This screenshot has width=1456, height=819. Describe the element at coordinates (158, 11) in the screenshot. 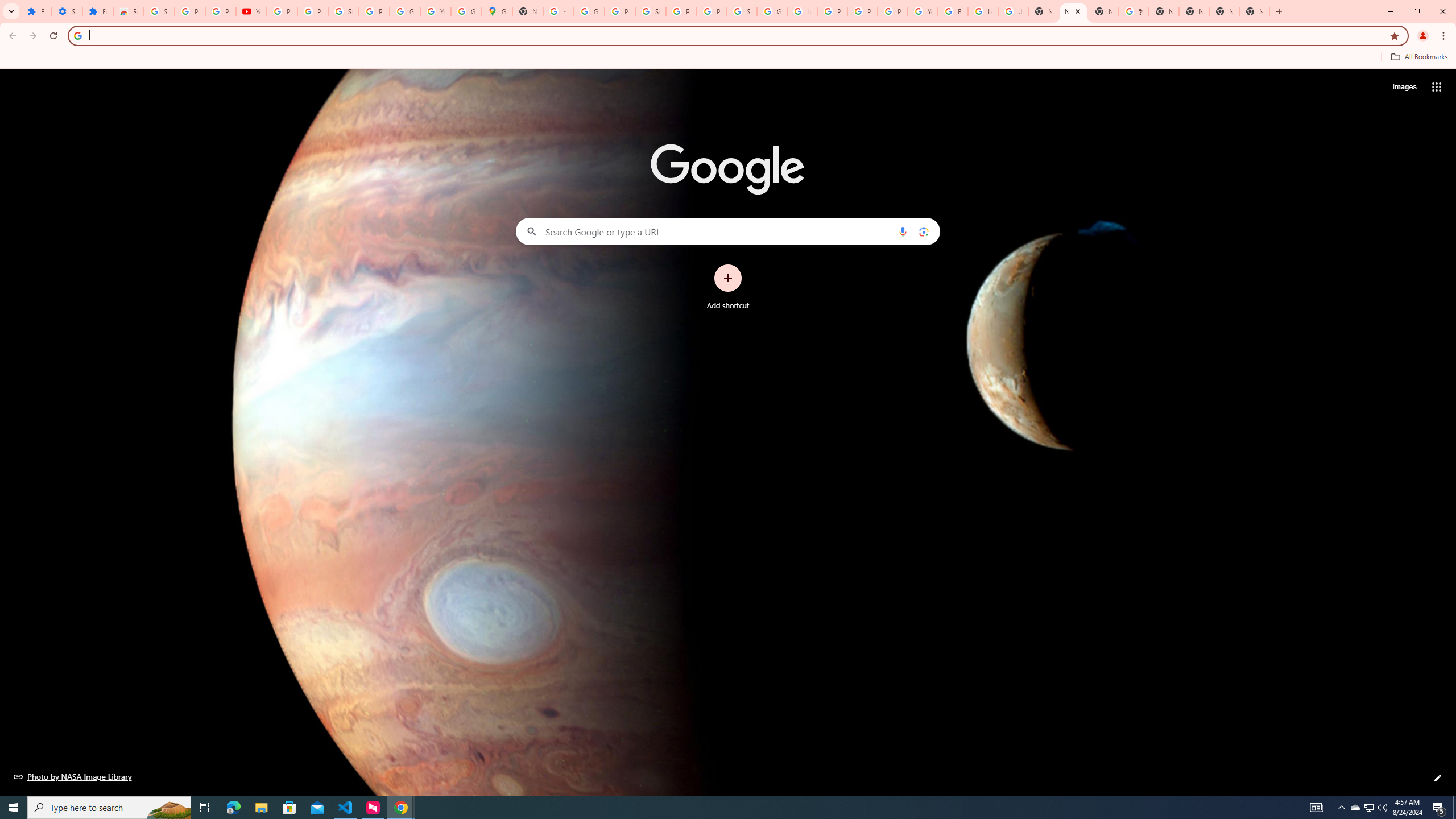

I see `'Sign in - Google Accounts'` at that location.